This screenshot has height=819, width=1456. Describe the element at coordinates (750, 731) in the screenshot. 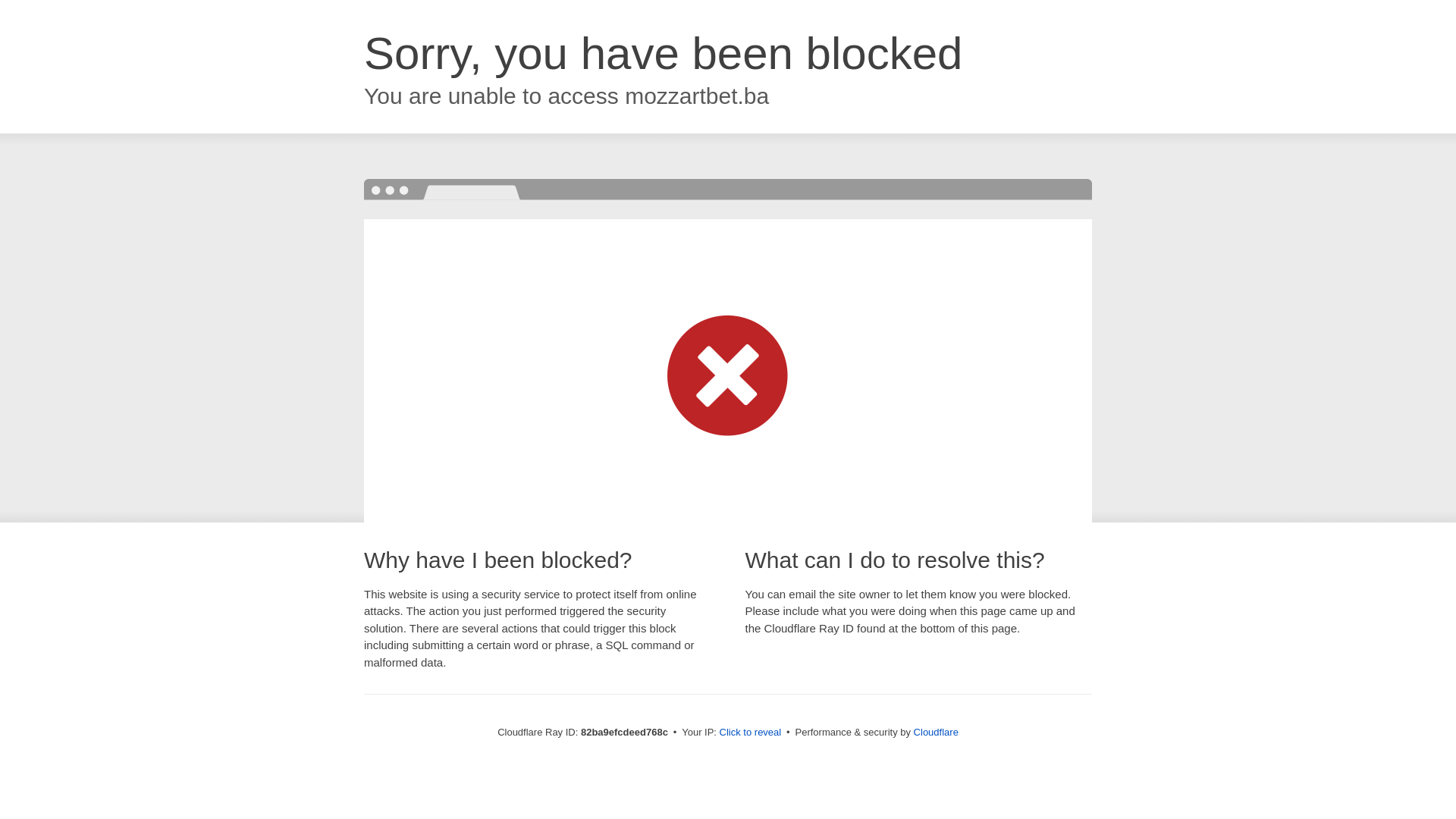

I see `'Click to reveal'` at that location.